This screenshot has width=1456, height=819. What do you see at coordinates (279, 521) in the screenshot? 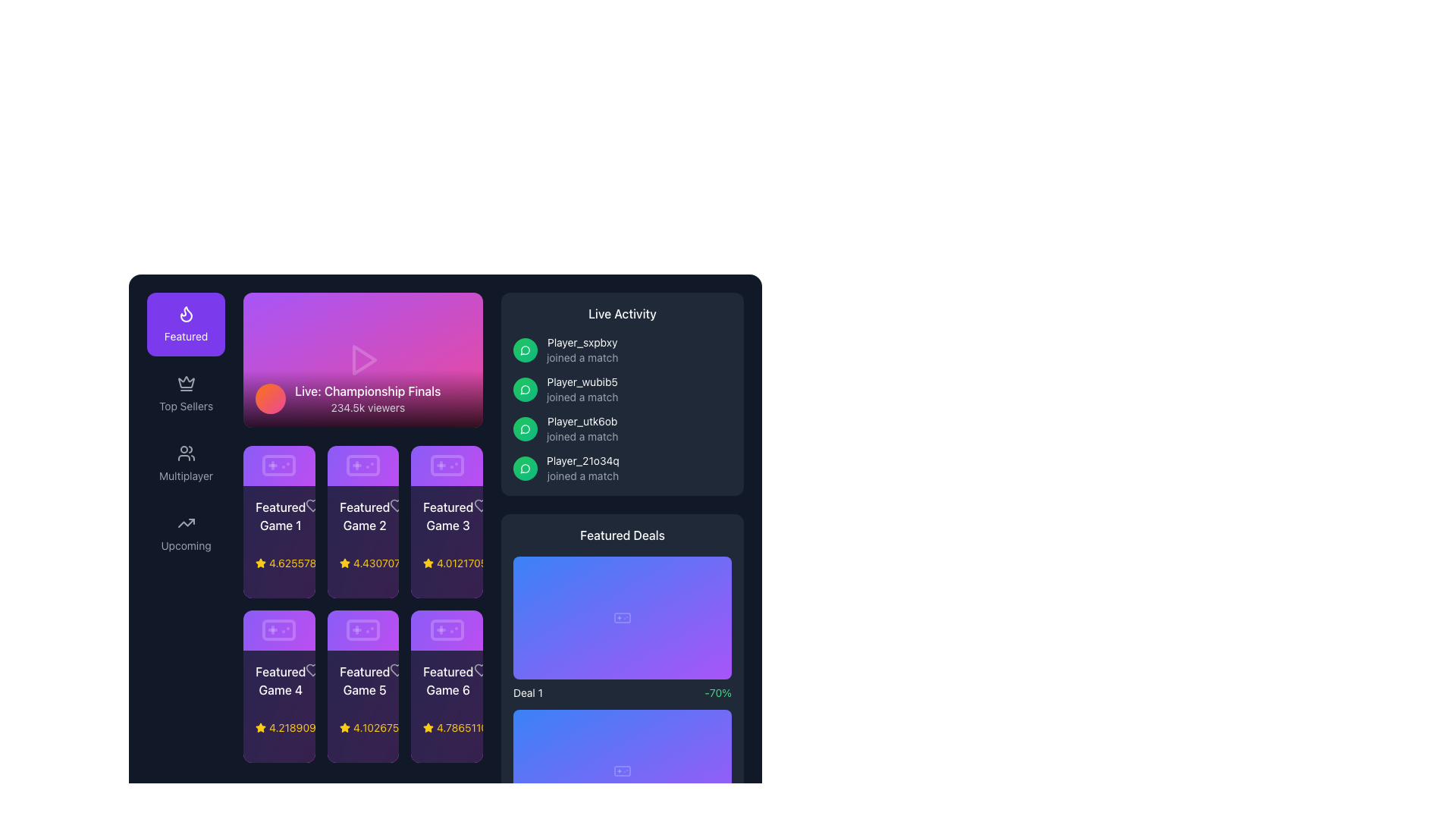
I see `the first card in the grid, which has a purple gradient background and displays 'Featured Game 1'` at bounding box center [279, 521].